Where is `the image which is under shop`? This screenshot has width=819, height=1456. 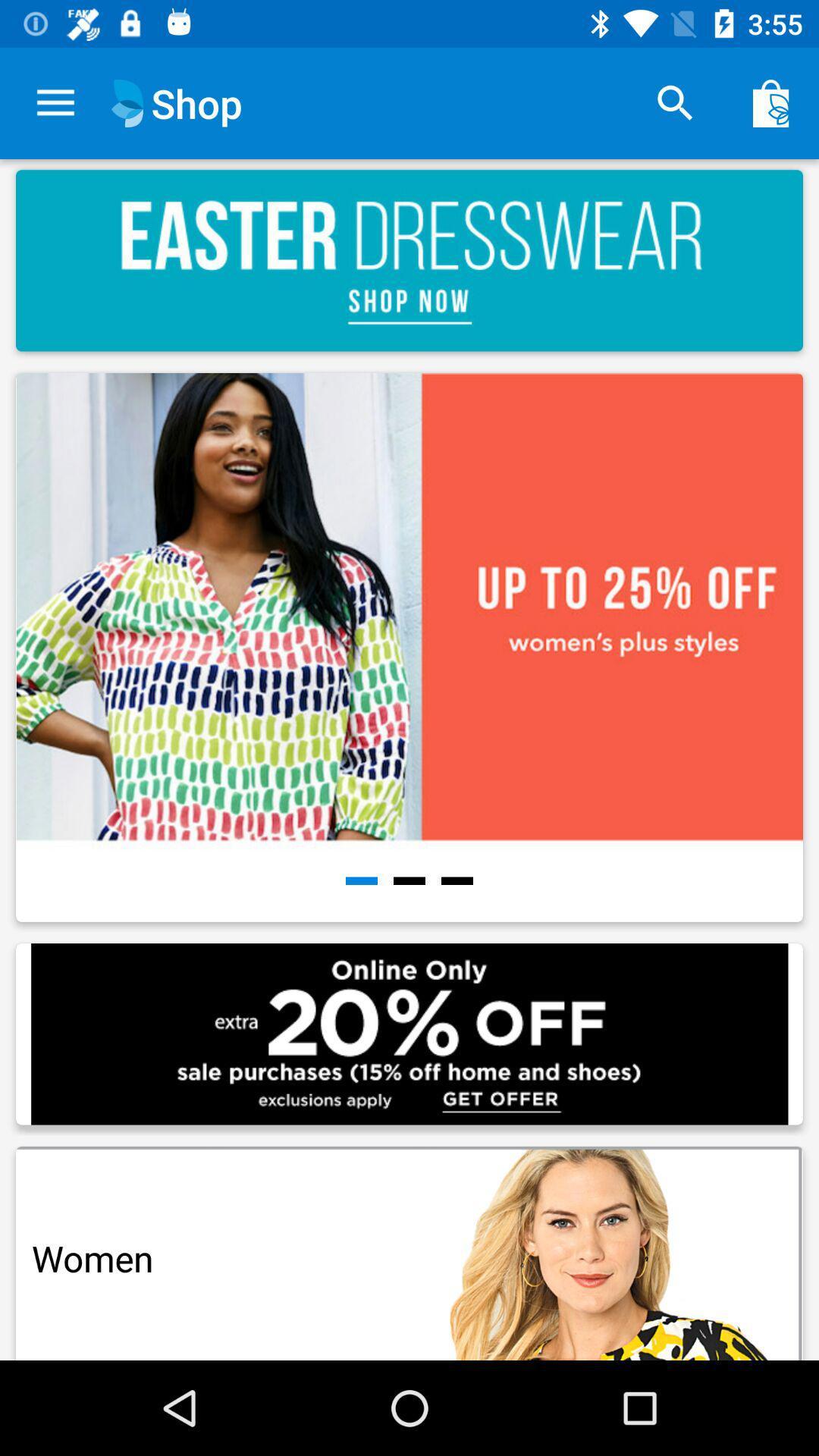
the image which is under shop is located at coordinates (409, 261).